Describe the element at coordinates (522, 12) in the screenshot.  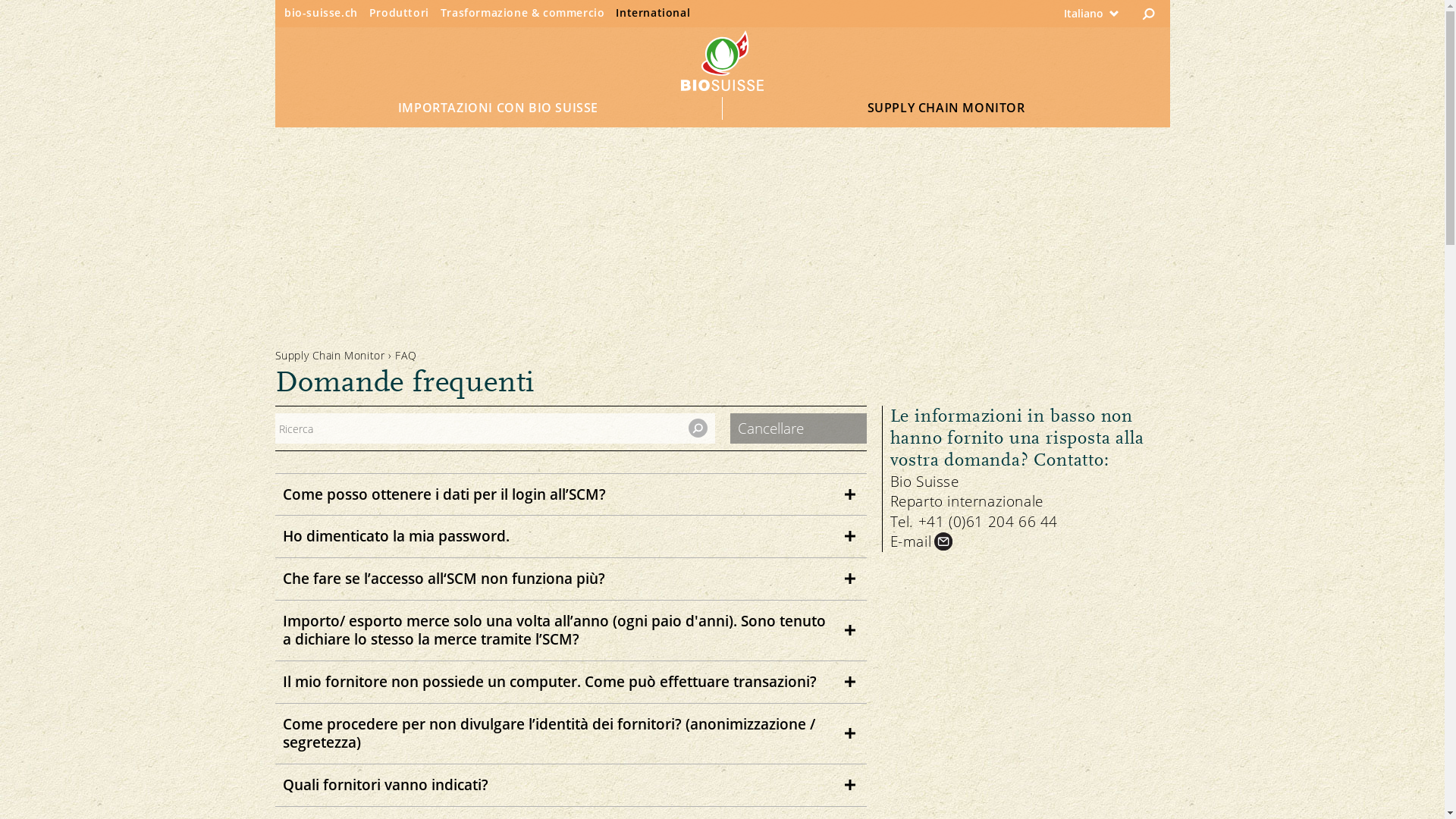
I see `'Trasformazione & commercio'` at that location.